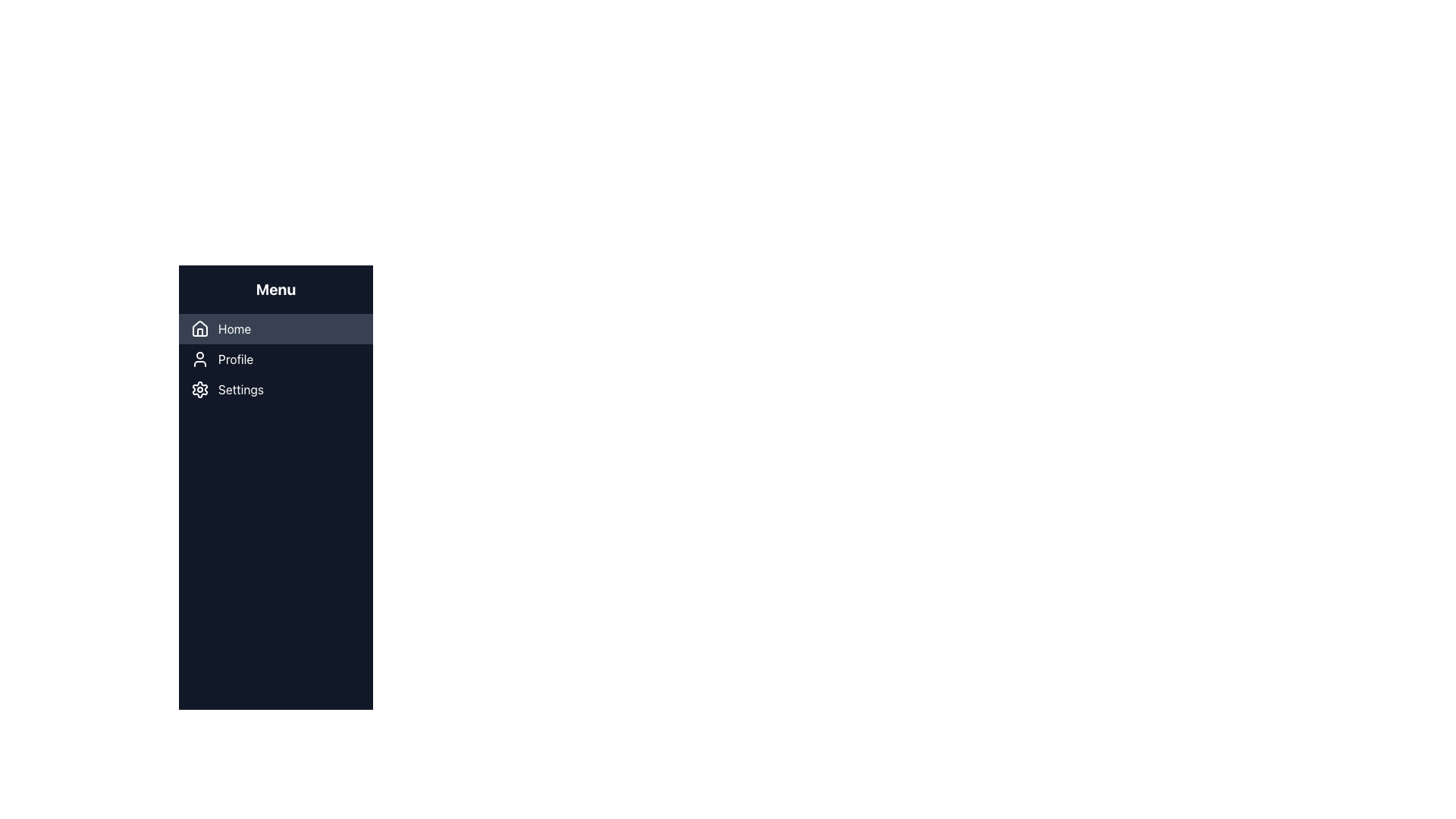  I want to click on the small house-shaped icon in the left sidebar menu, which is styled as an outlined drawing and positioned to the left of the text label 'Home', so click(199, 328).